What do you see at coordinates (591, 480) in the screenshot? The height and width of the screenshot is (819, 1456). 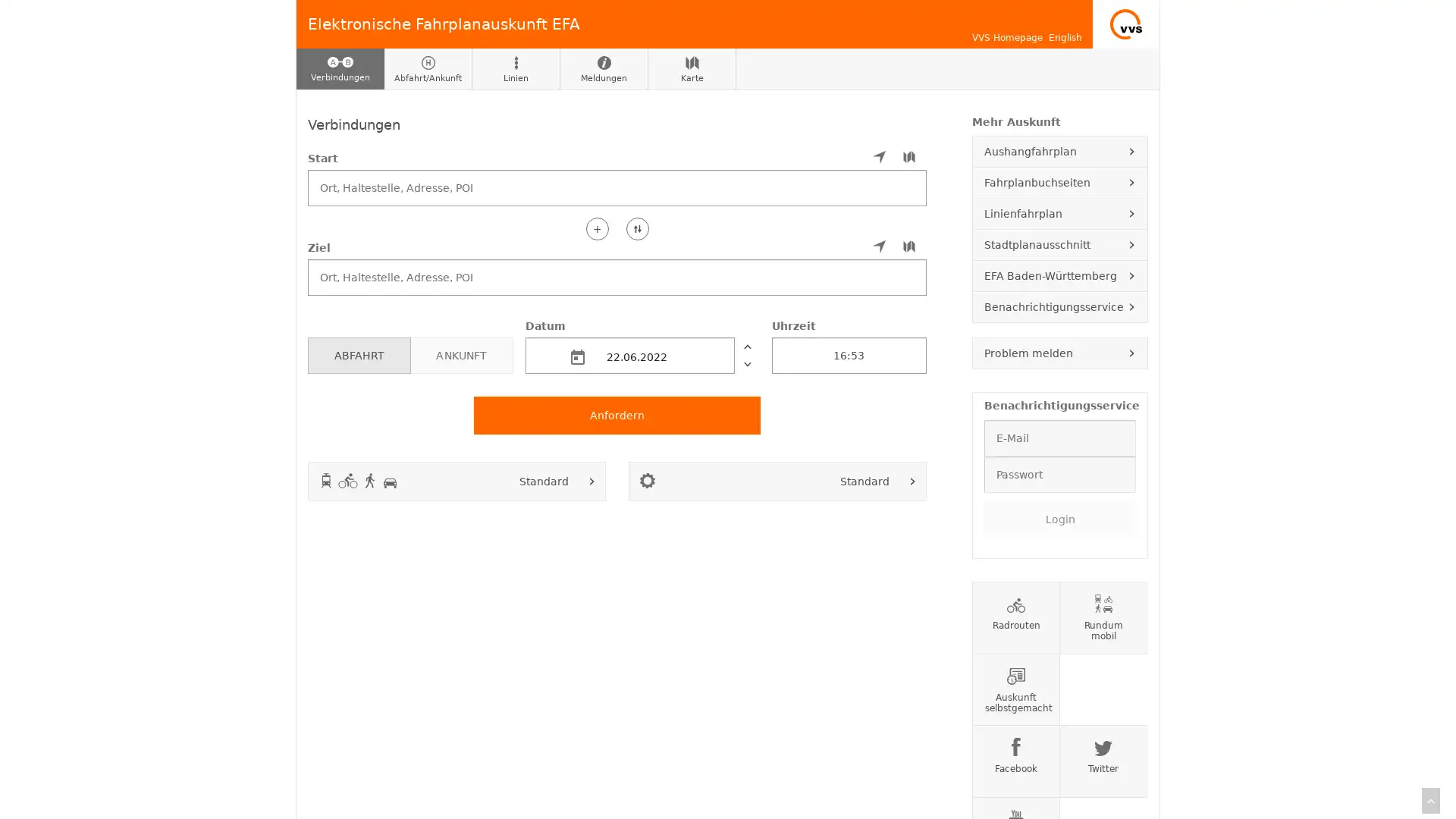 I see `Verkehrsmittel auswahlen` at bounding box center [591, 480].